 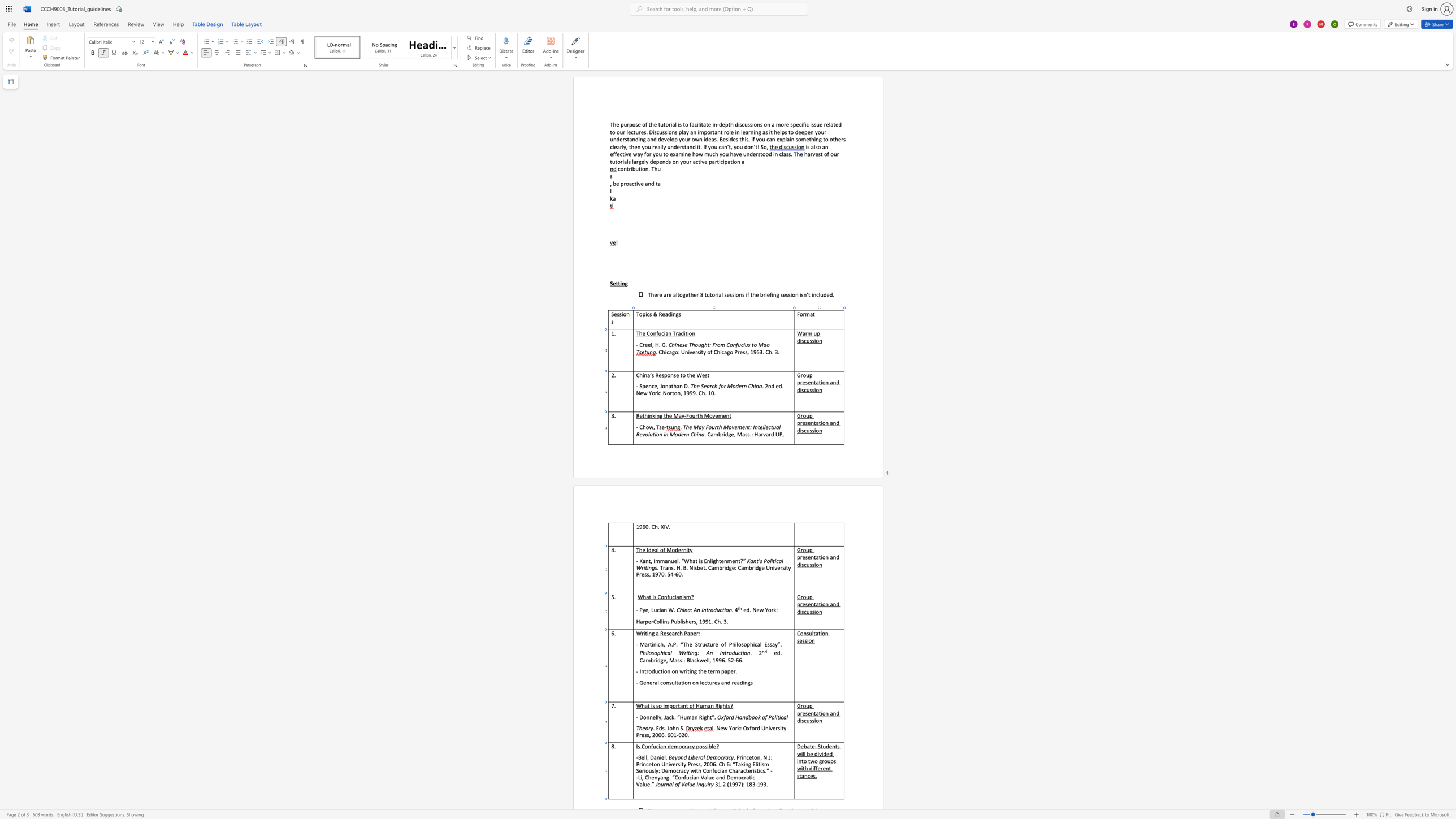 What do you see at coordinates (830, 761) in the screenshot?
I see `the space between the continuous character "u" and "p" in the text` at bounding box center [830, 761].